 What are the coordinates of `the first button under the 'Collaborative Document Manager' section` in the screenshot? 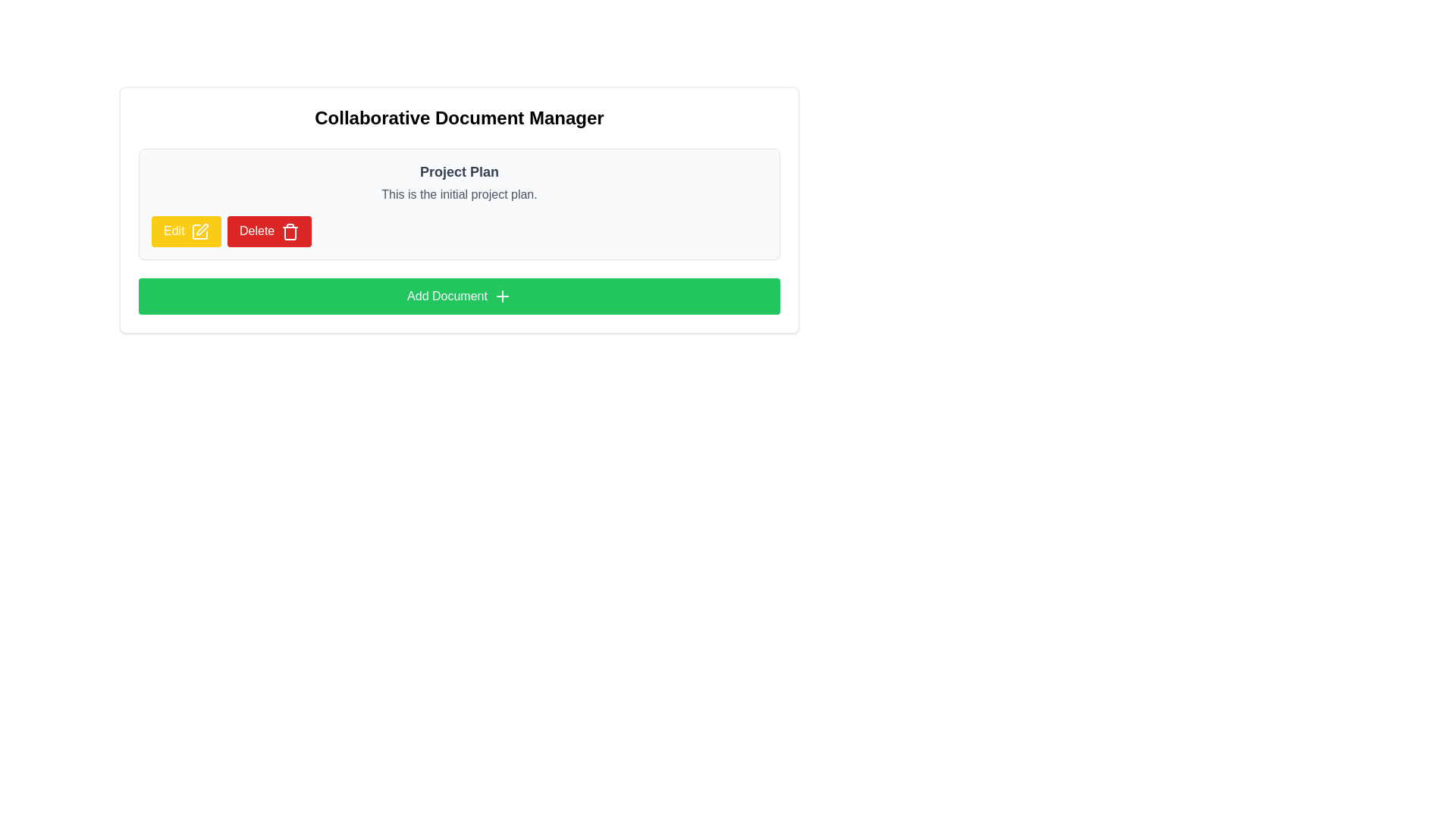 It's located at (185, 231).